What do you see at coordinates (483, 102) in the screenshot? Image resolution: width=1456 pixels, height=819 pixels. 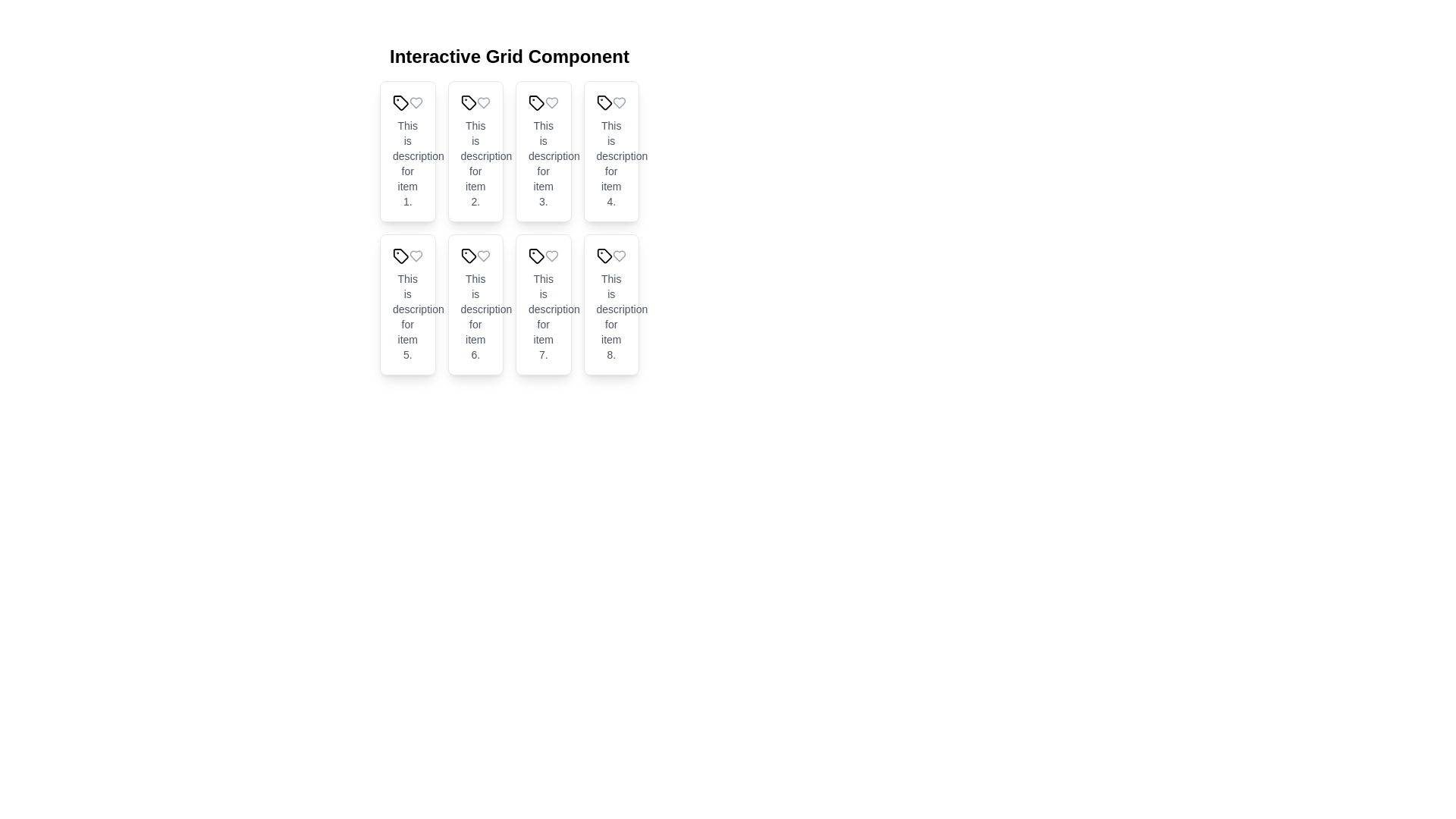 I see `the heart icon button, which is light gray and positioned in the card layout next to the tag icon for 'Tile 2'` at bounding box center [483, 102].